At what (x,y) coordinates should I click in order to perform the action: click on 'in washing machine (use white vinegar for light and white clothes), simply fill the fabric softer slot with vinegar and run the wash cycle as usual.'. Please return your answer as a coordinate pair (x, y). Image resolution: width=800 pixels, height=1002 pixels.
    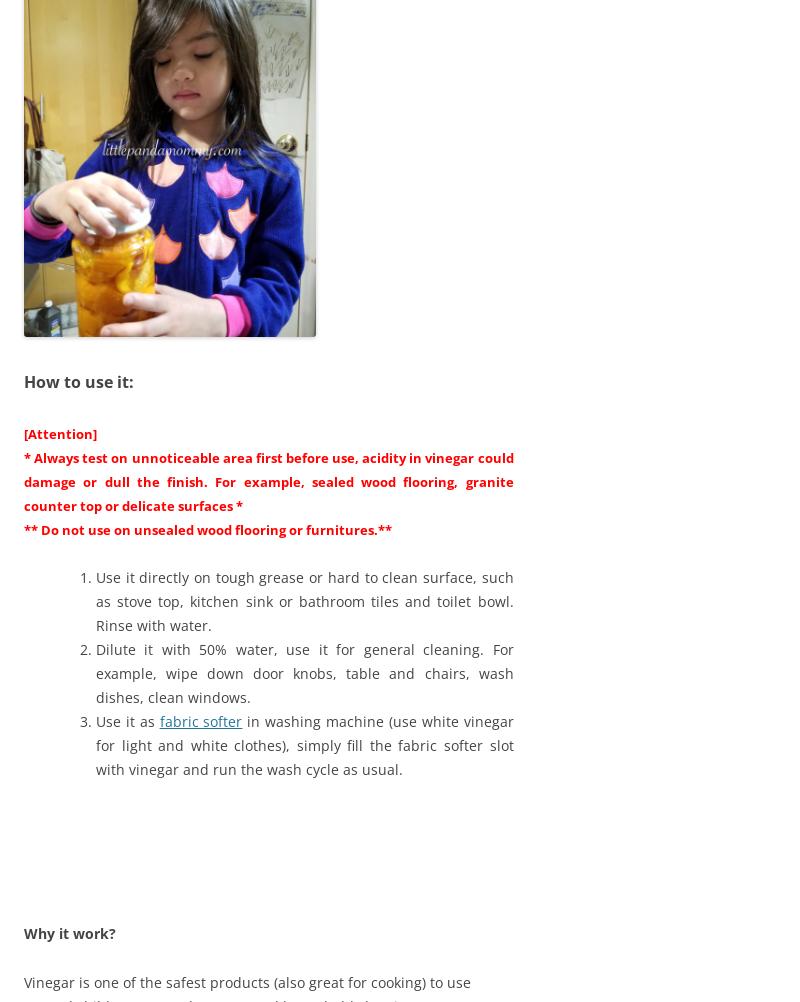
    Looking at the image, I should click on (96, 744).